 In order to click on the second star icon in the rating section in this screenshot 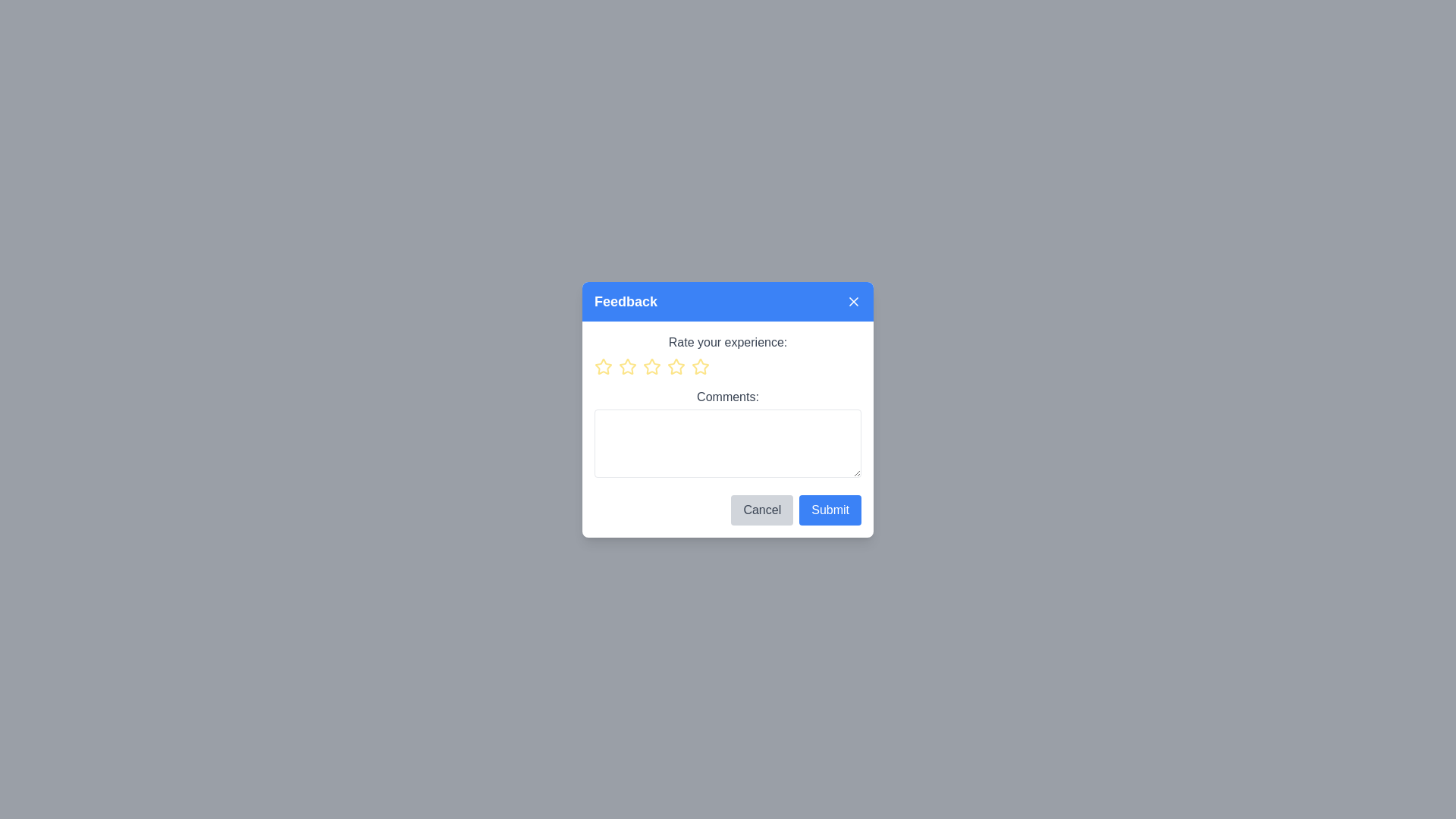, I will do `click(628, 366)`.